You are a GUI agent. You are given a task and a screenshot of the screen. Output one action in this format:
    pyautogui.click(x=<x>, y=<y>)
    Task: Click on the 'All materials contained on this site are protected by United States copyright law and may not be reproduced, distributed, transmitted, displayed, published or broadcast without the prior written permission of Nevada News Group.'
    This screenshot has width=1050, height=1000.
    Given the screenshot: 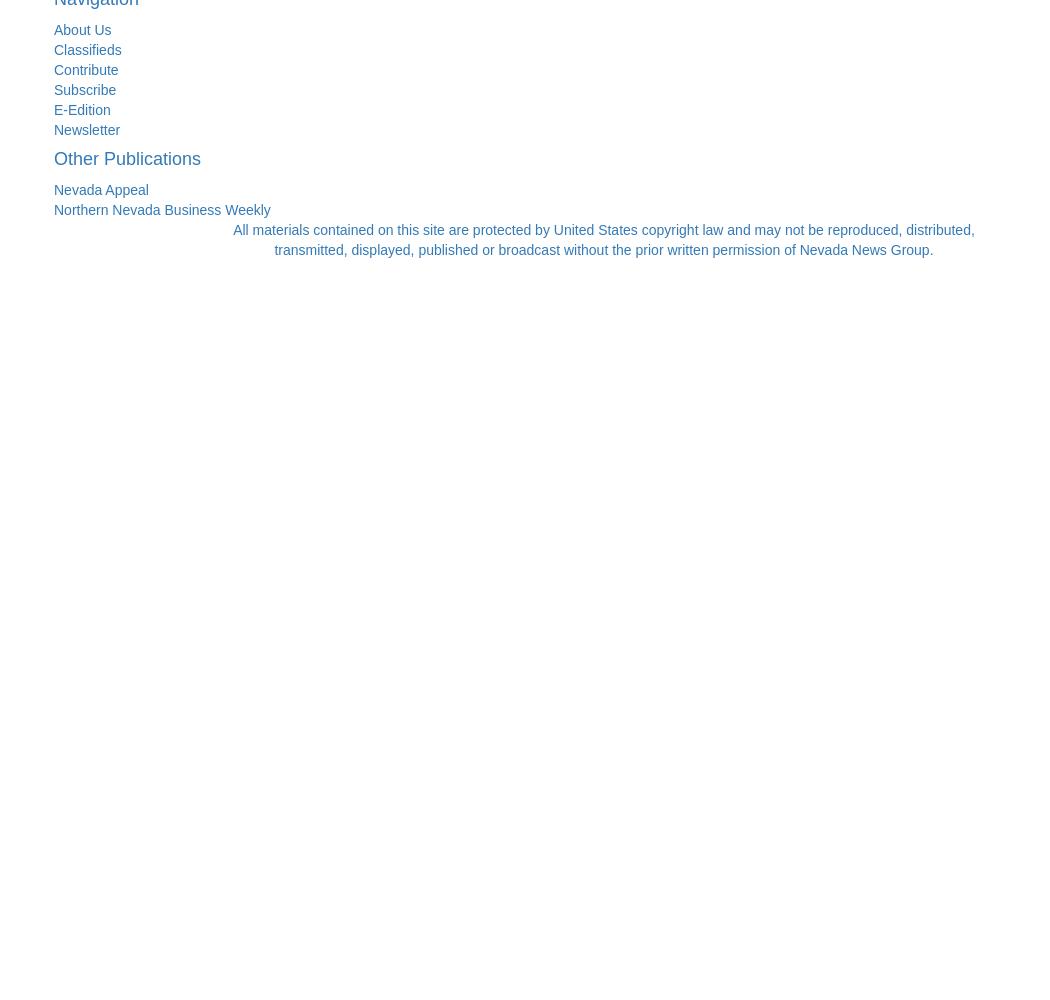 What is the action you would take?
    pyautogui.click(x=603, y=238)
    